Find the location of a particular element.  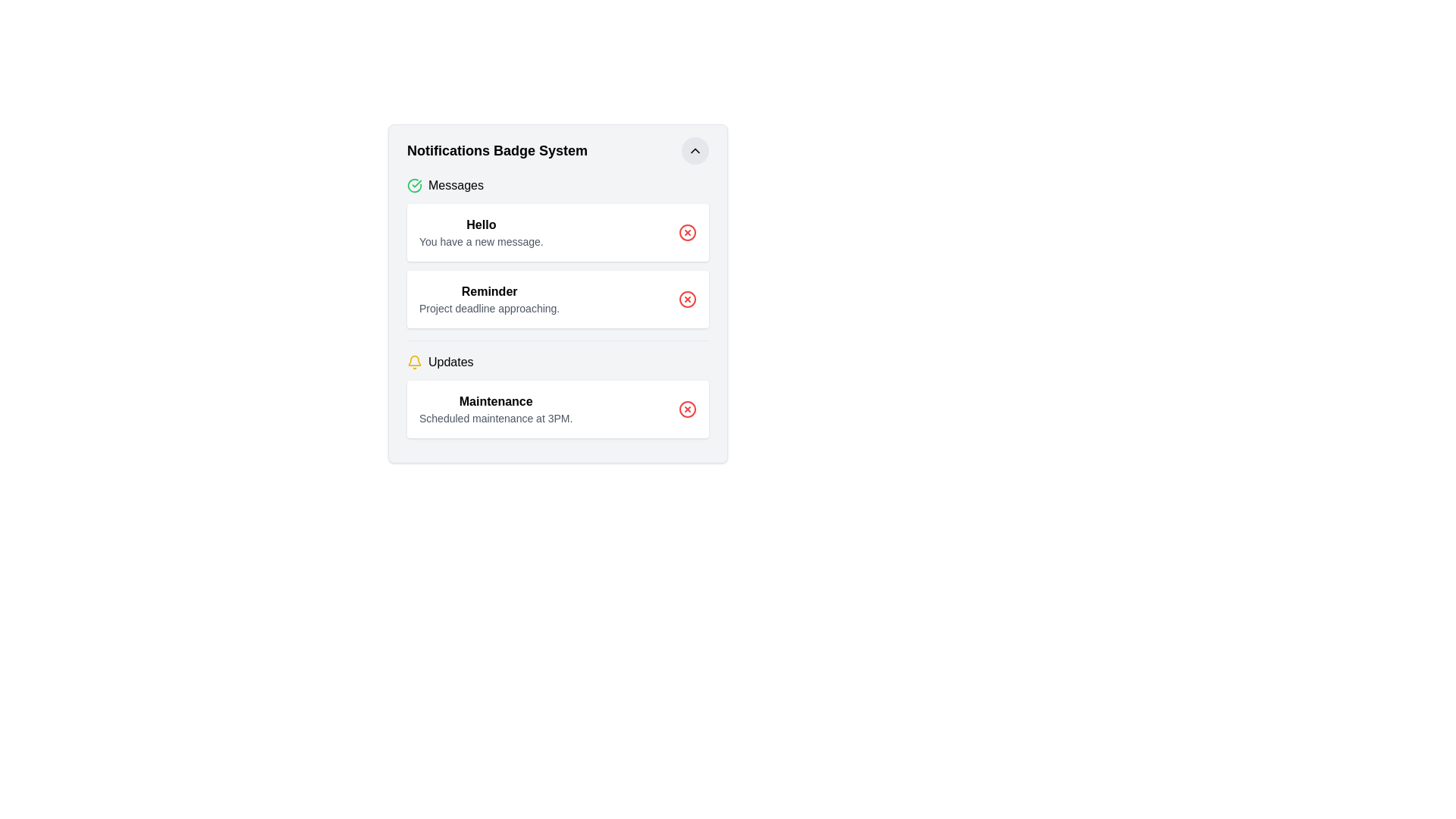

text displayed in the TextBlock element that shows 'Maintenance' in bold and 'Scheduled maintenance at 3PM.' in smaller gray font, located under the 'Updates' section of the interface is located at coordinates (496, 409).